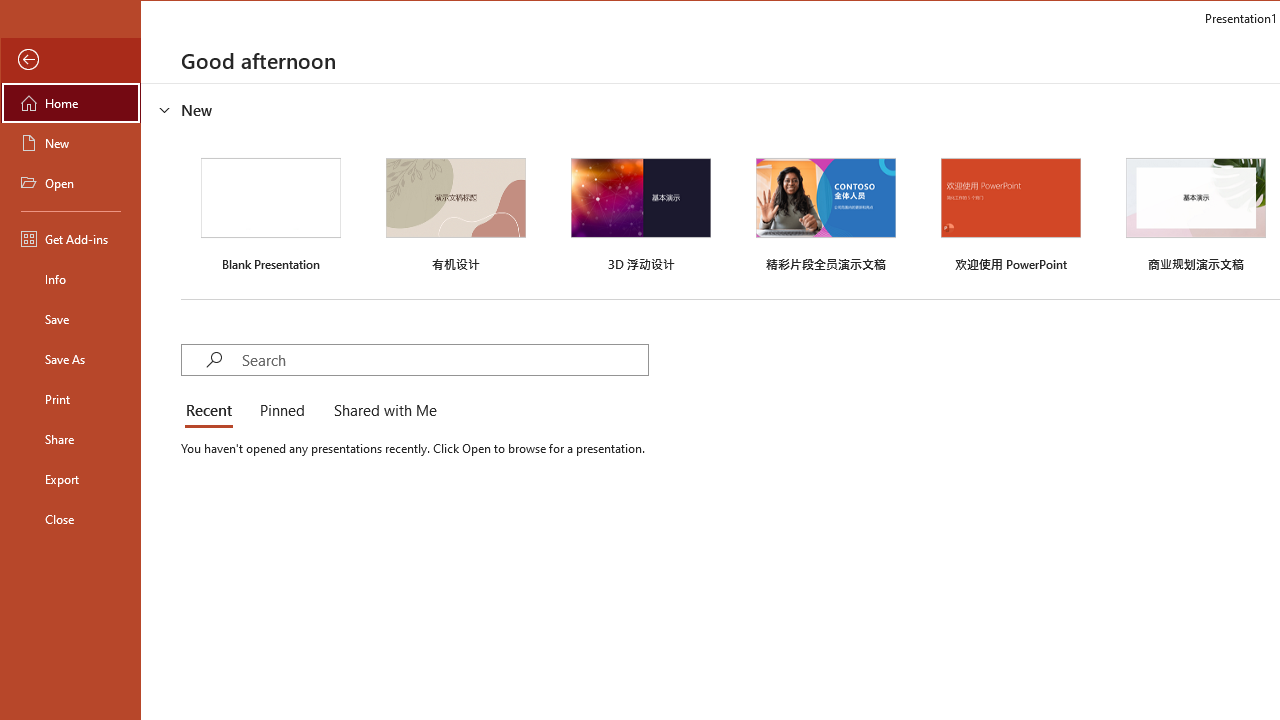 This screenshot has height=720, width=1280. Describe the element at coordinates (71, 357) in the screenshot. I see `'Save As'` at that location.